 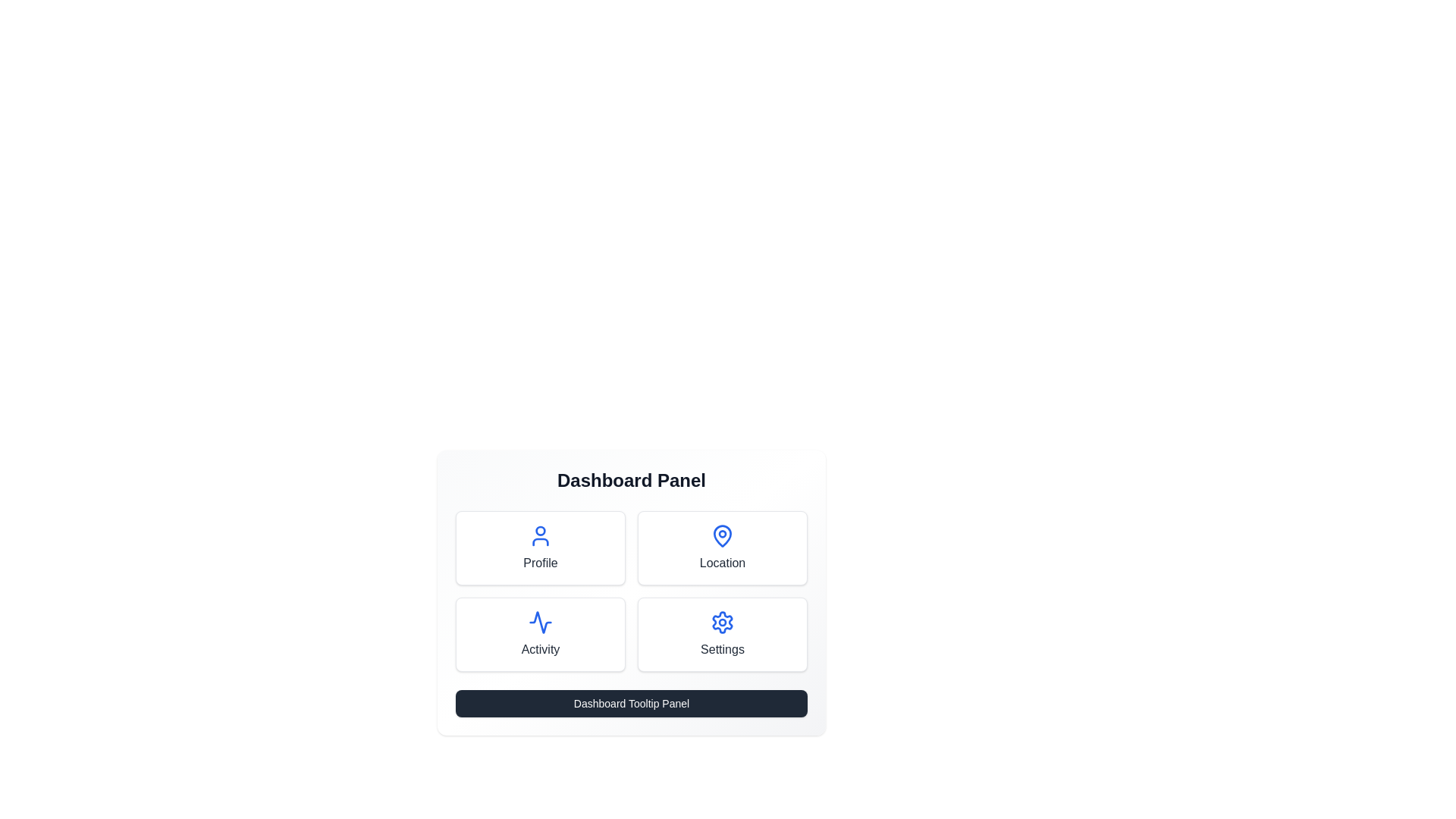 What do you see at coordinates (540, 563) in the screenshot?
I see `the static text label for the 'Profile' section, which is located below the user icon in the upper-left position of a 2x2 grid within the dashboard panel` at bounding box center [540, 563].